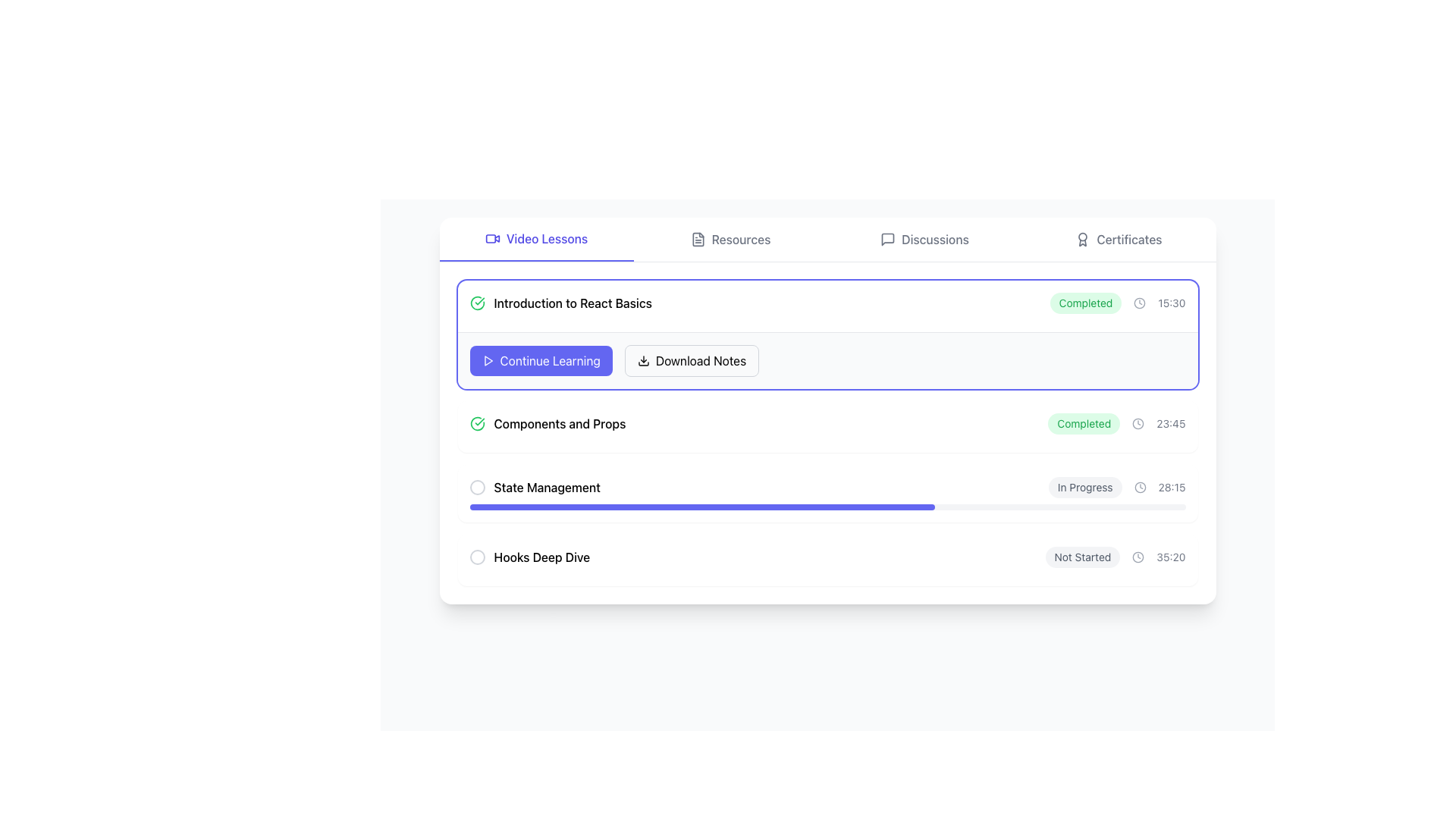 Image resolution: width=1456 pixels, height=819 pixels. What do you see at coordinates (741, 239) in the screenshot?
I see `the second navigation link located between 'Video Lessons' and 'Discussions' at the top of the interface` at bounding box center [741, 239].